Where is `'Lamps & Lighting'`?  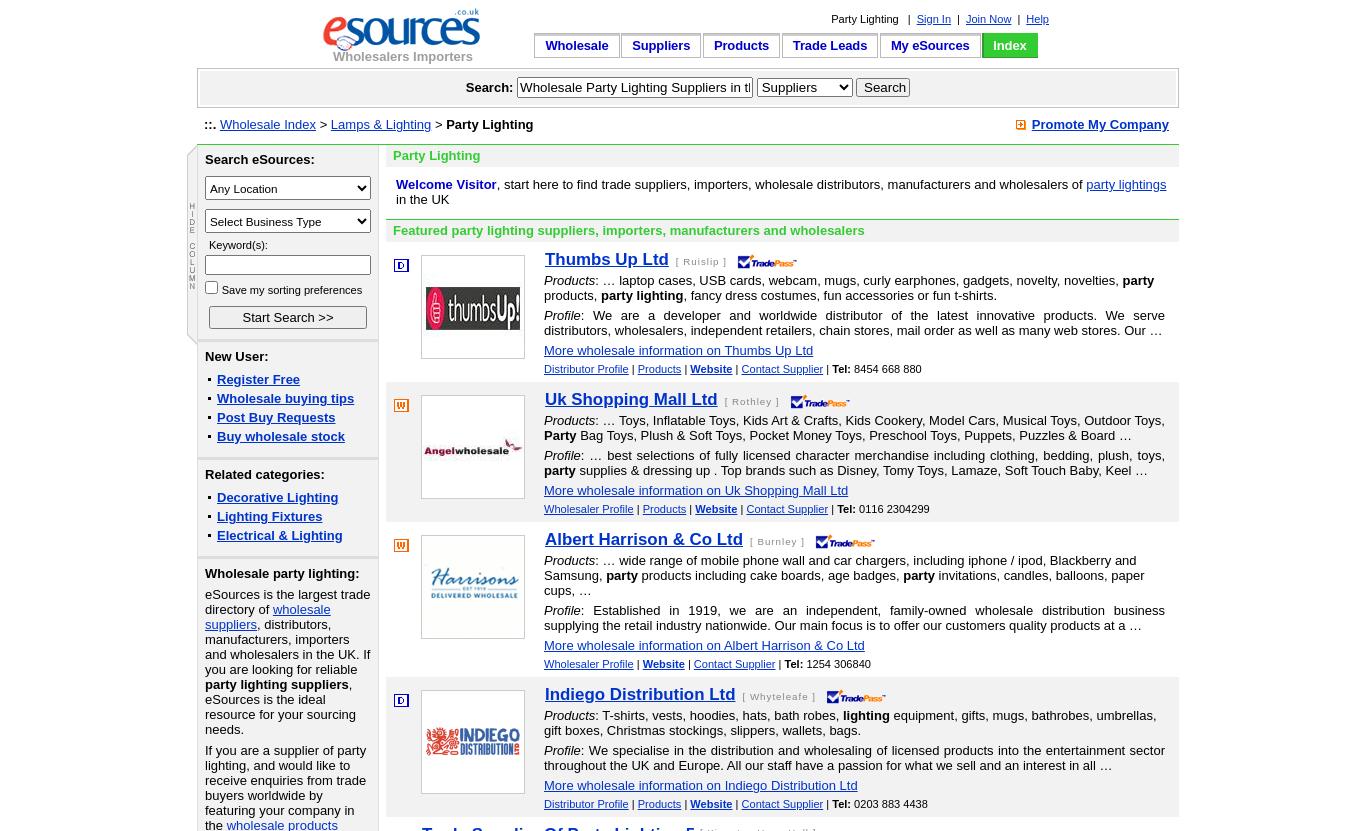
'Lamps & Lighting' is located at coordinates (379, 124).